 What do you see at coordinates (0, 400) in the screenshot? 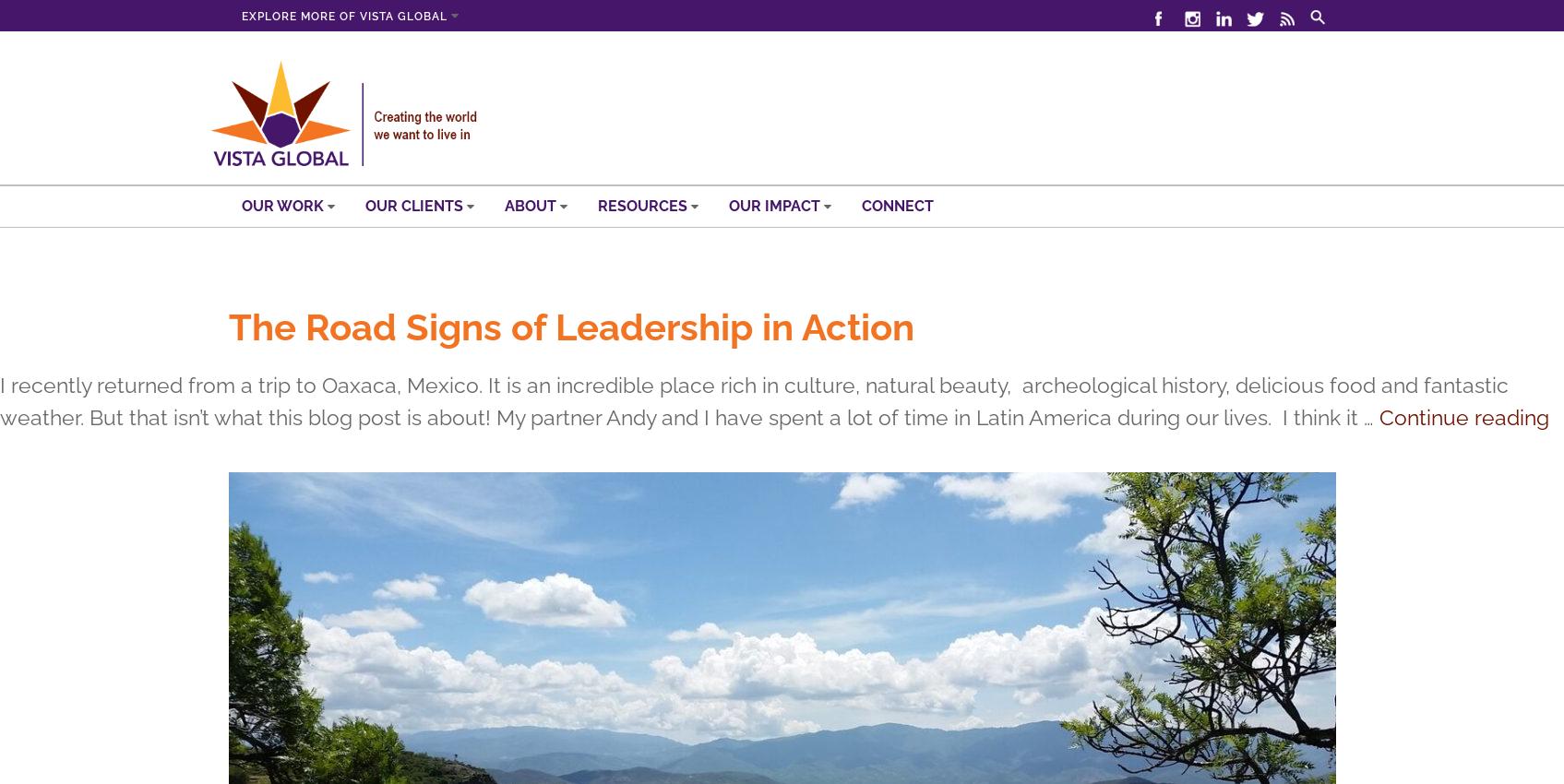
I see `'I recently returned from a trip to Oaxaca, Mexico. It is an incredible place rich in culture, natural beauty,  archeological history, delicious food and fantastic weather. But that isn’t what this blog post is about! My partner Andy and I have spent a lot of time in Latin America during our lives.  I think it …'` at bounding box center [0, 400].